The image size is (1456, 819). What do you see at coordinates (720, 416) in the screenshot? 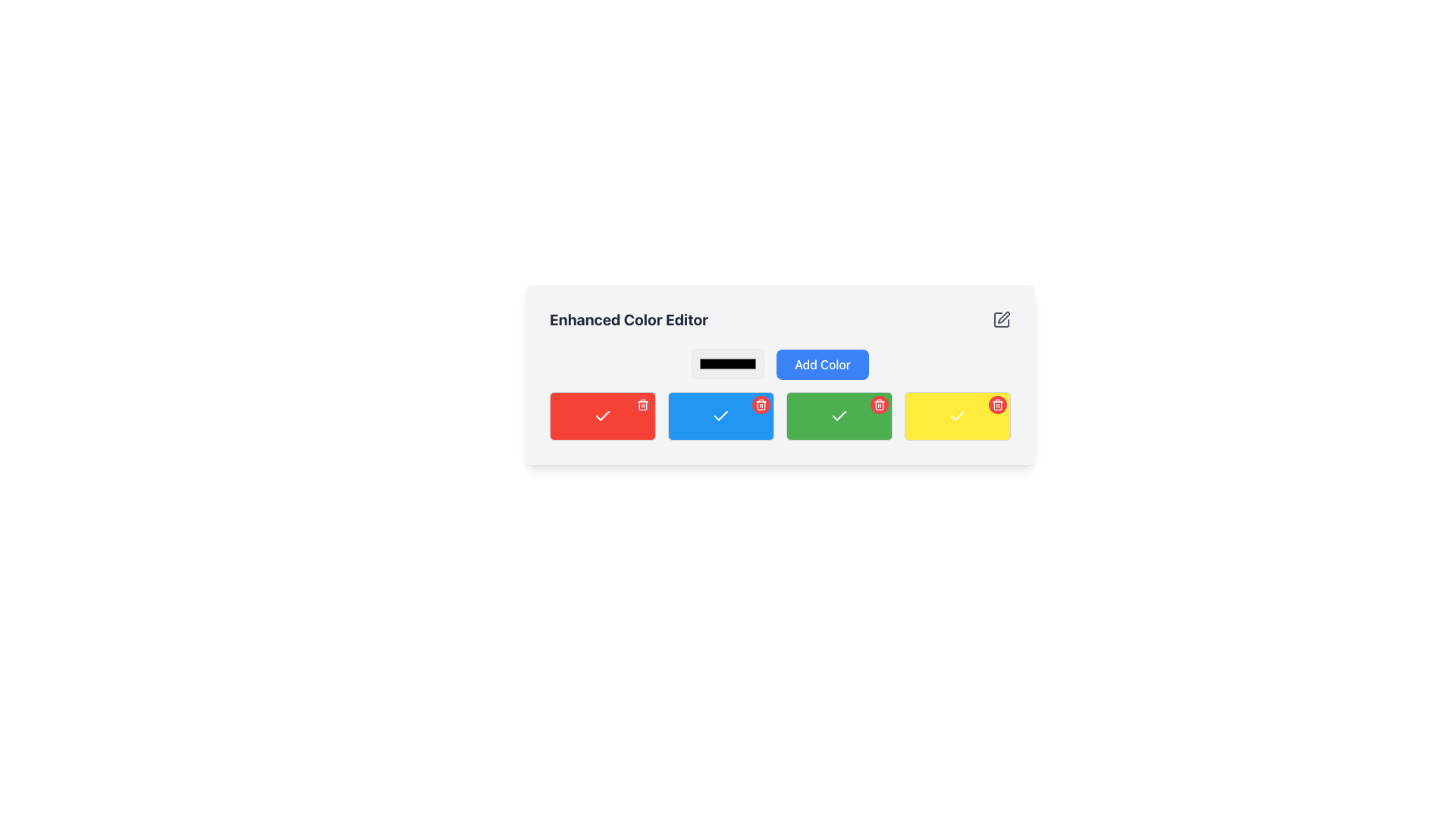
I see `the second box from the left in the color selection interface` at bounding box center [720, 416].